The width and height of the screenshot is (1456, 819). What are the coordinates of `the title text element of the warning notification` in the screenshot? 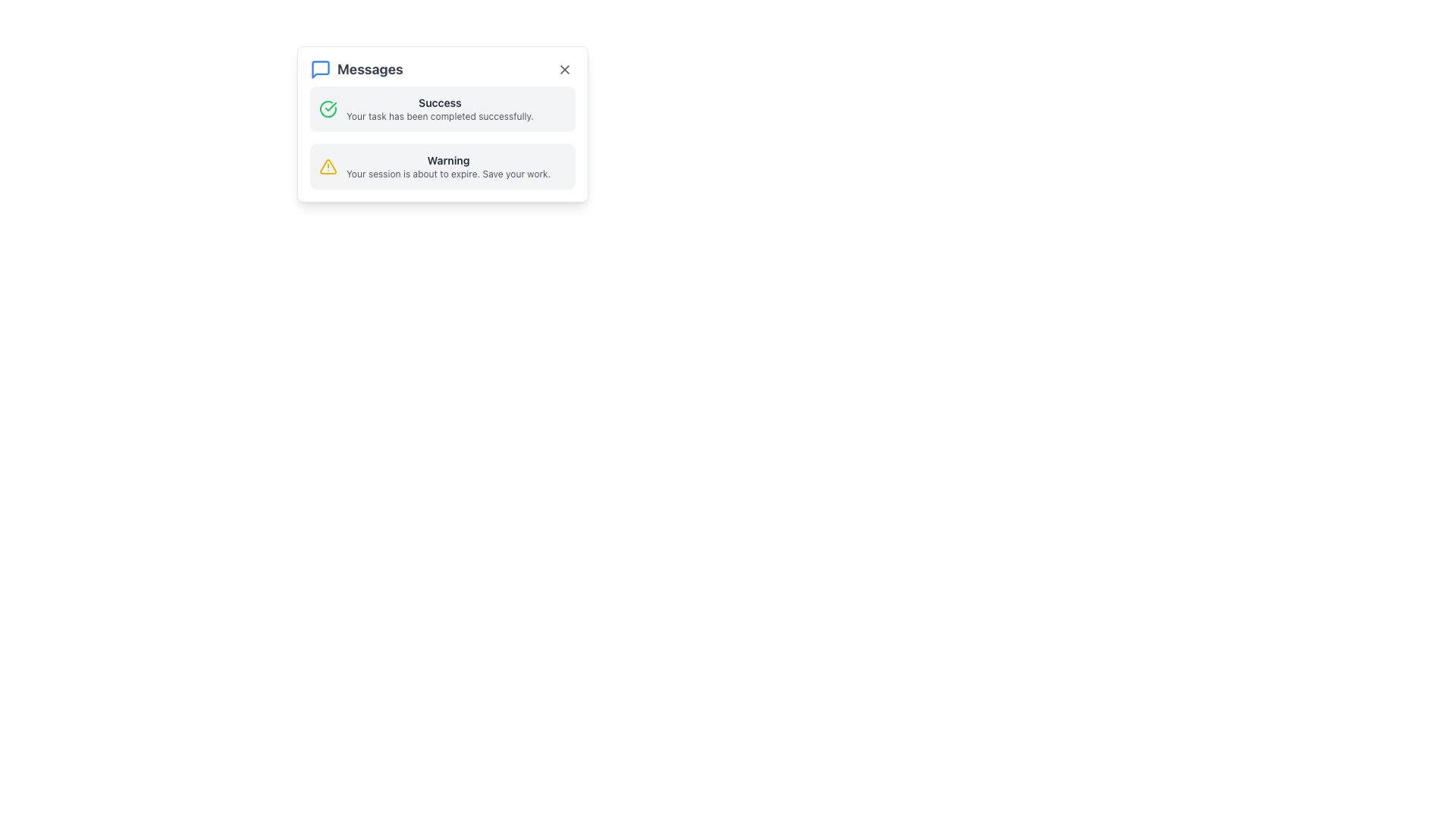 It's located at (447, 161).